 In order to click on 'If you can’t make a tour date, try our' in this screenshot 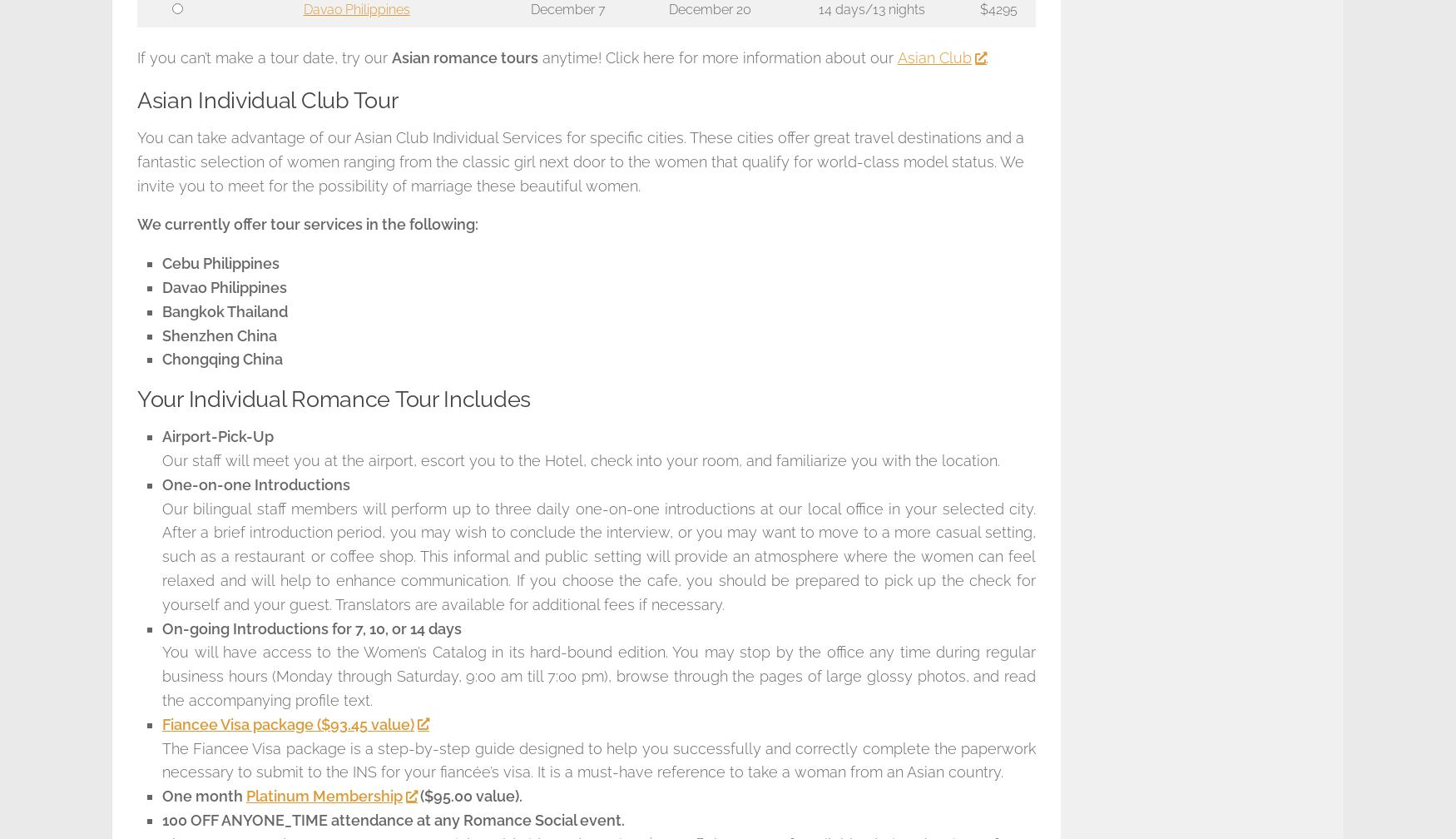, I will do `click(264, 57)`.